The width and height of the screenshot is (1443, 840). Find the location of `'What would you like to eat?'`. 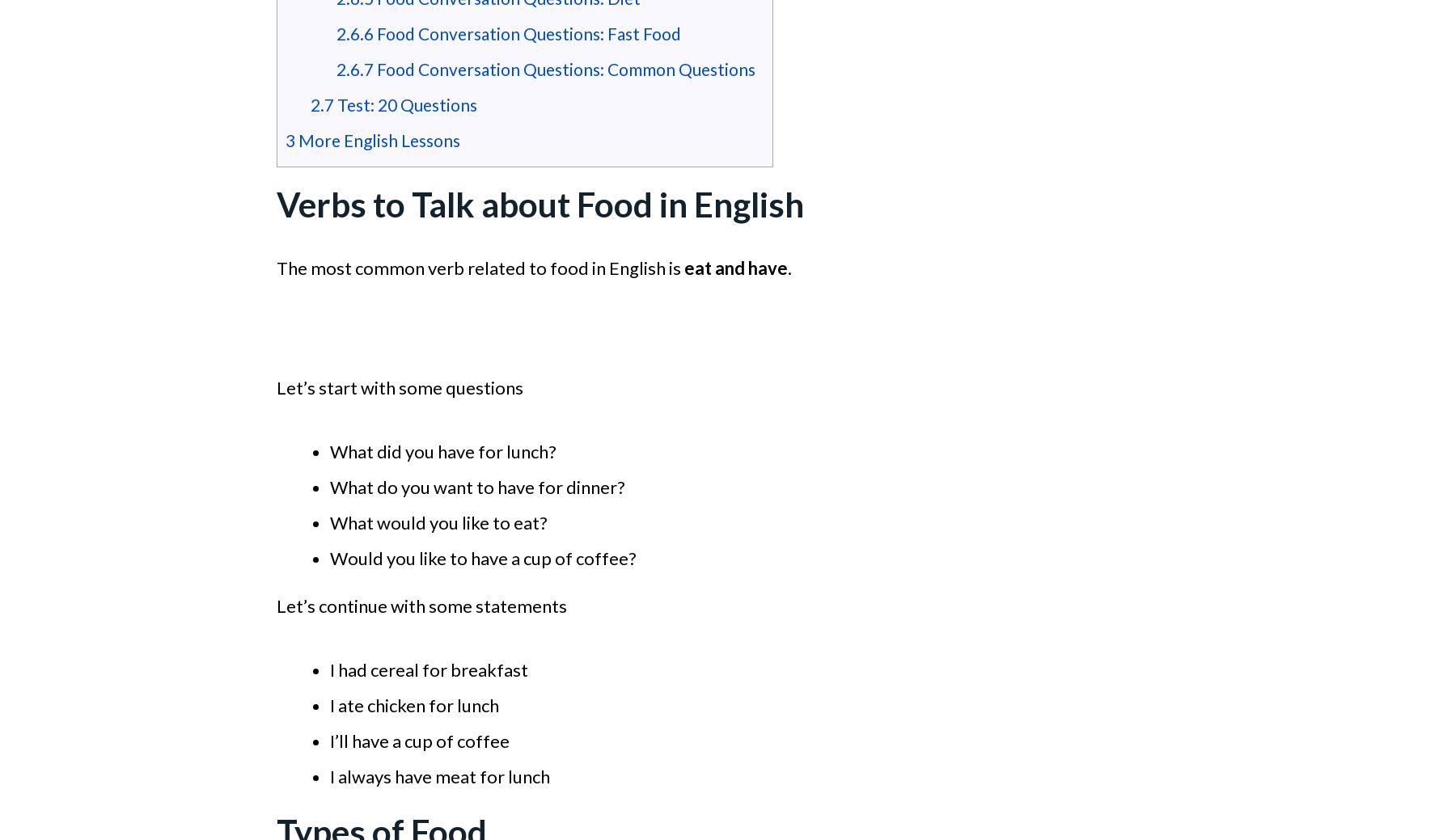

'What would you like to eat?' is located at coordinates (438, 522).